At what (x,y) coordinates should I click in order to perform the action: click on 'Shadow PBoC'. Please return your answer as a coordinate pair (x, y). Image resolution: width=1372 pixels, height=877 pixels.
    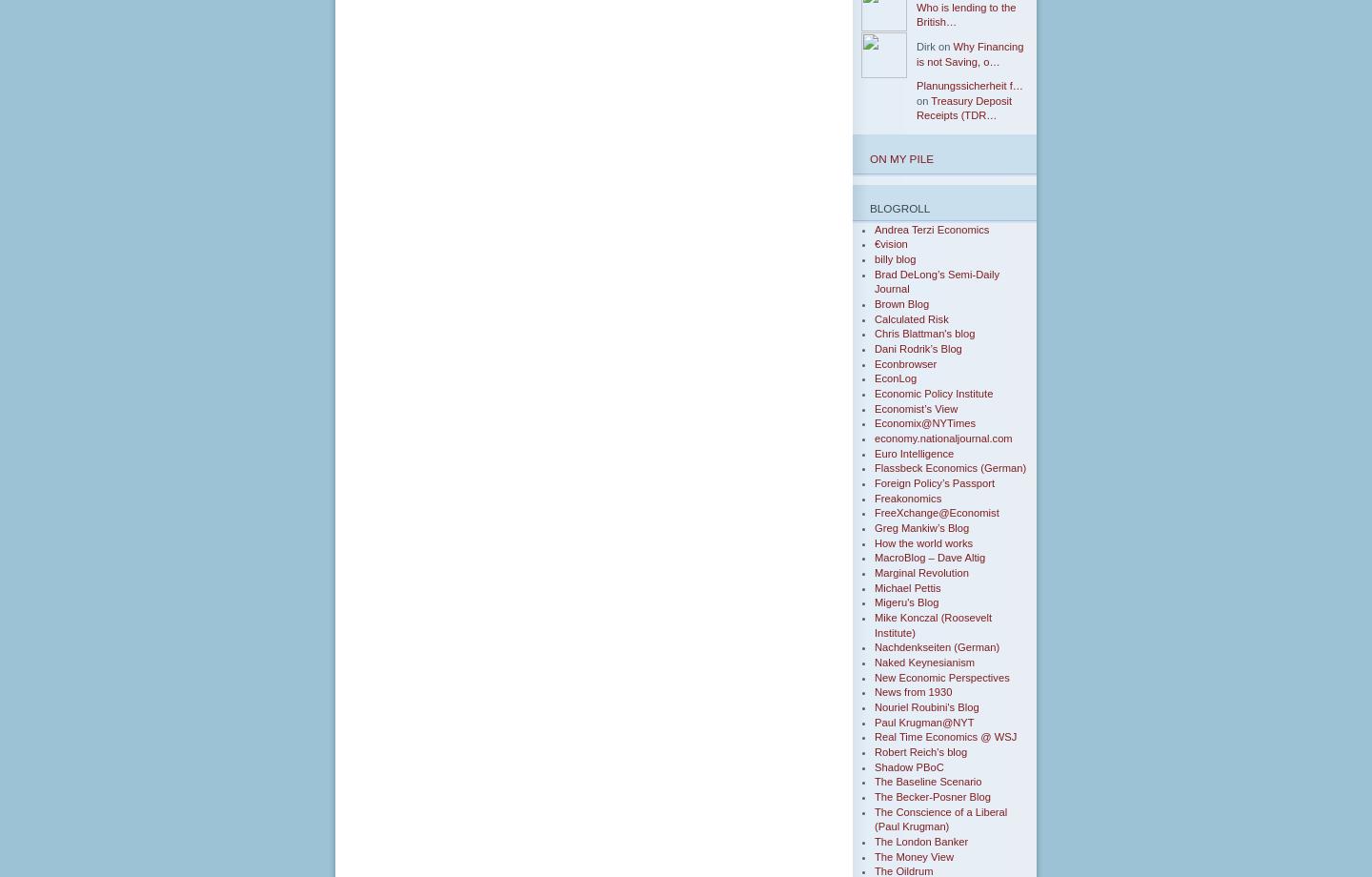
    Looking at the image, I should click on (909, 765).